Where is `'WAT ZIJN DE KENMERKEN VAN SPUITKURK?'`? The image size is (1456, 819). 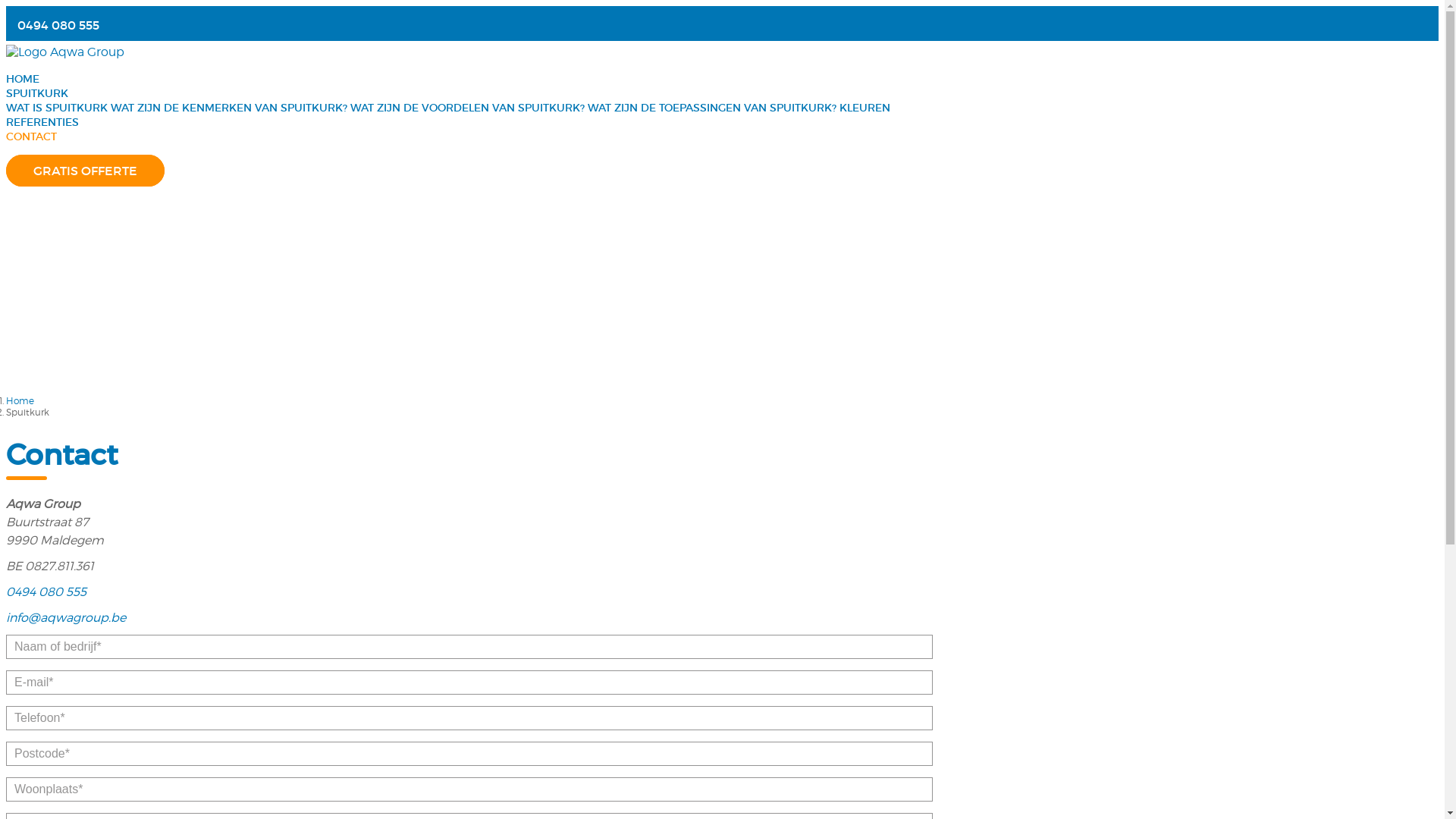 'WAT ZIJN DE KENMERKEN VAN SPUITKURK?' is located at coordinates (109, 107).